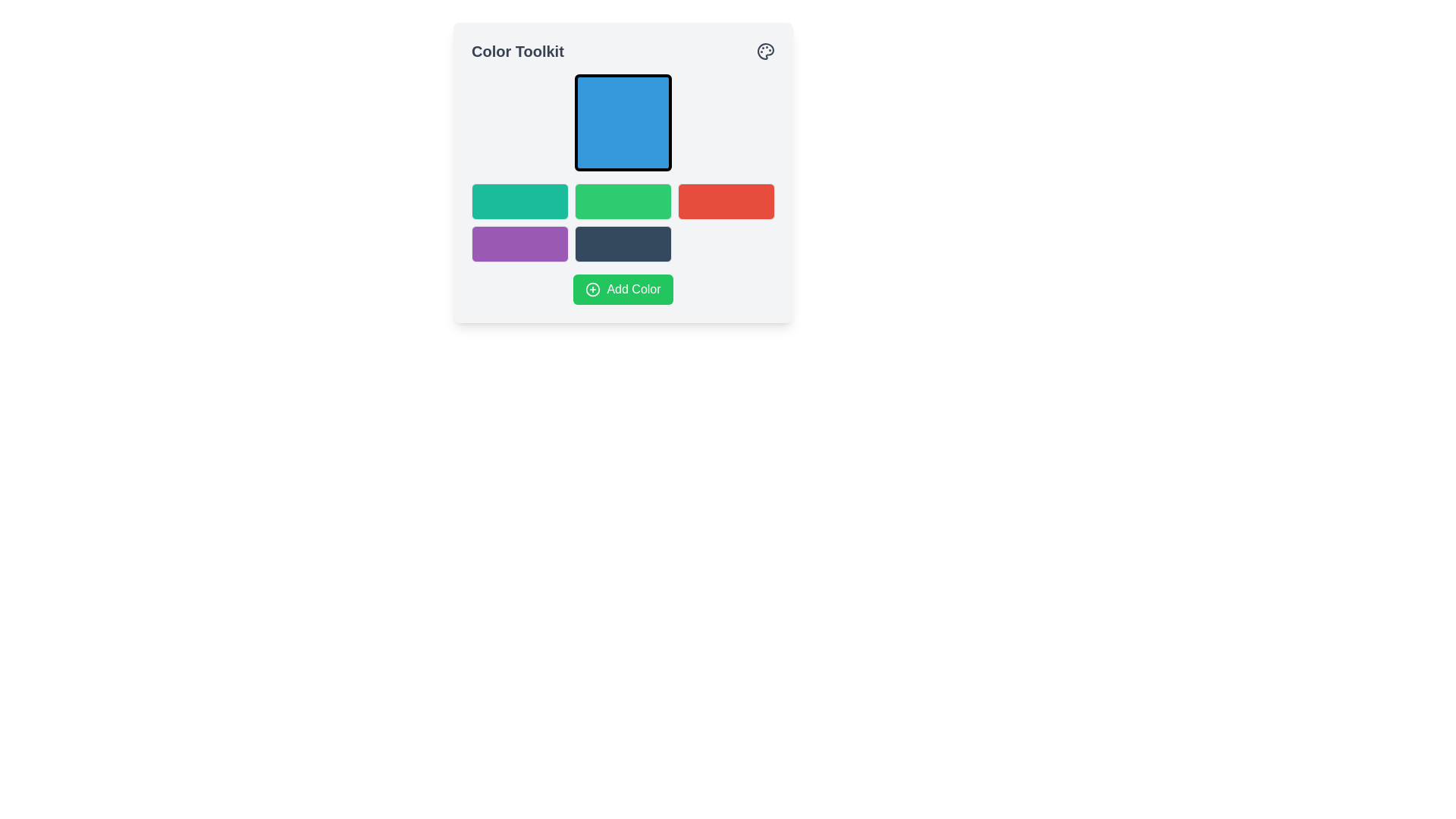 This screenshot has width=1456, height=819. Describe the element at coordinates (520, 243) in the screenshot. I see `the interactive button located in the second row, first column of the grid layout, adjacent to a dark blue button` at that location.